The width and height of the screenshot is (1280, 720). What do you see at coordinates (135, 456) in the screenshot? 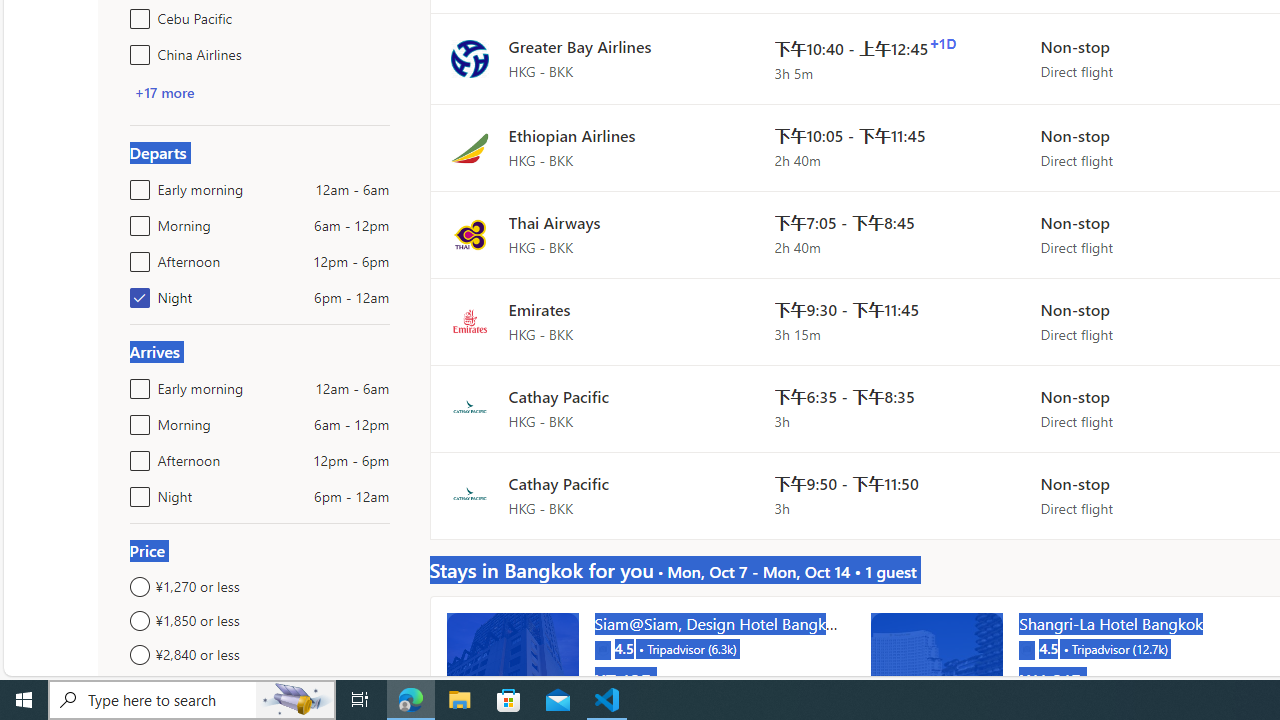
I see `'Afternoon12pm - 6pm'` at bounding box center [135, 456].